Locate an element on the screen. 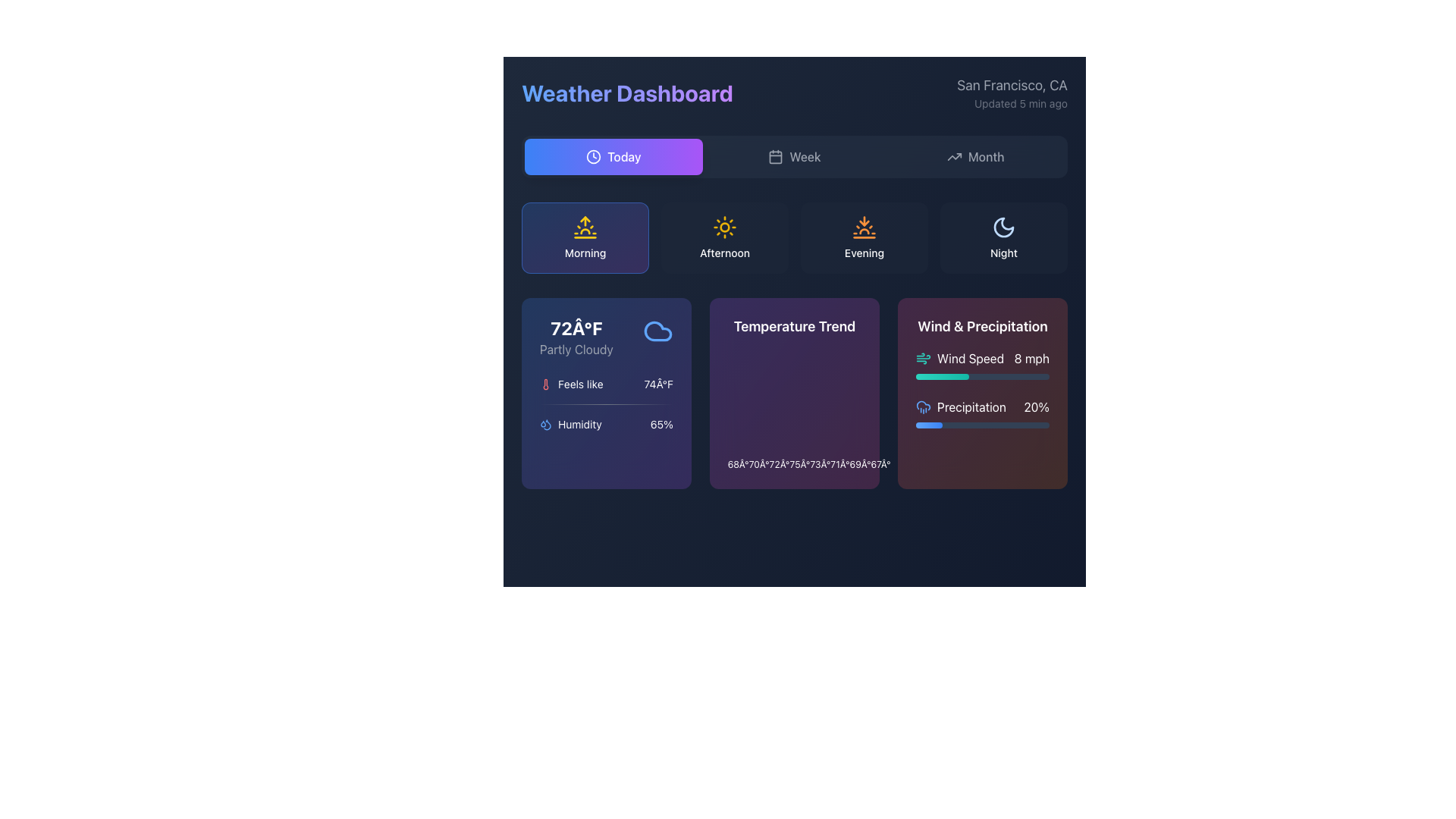 This screenshot has width=1456, height=819. the Data visualization element displaying '75Â°' with a gradient fill from purple to pink, located in the 'Temperature Trend' panel is located at coordinates (799, 461).